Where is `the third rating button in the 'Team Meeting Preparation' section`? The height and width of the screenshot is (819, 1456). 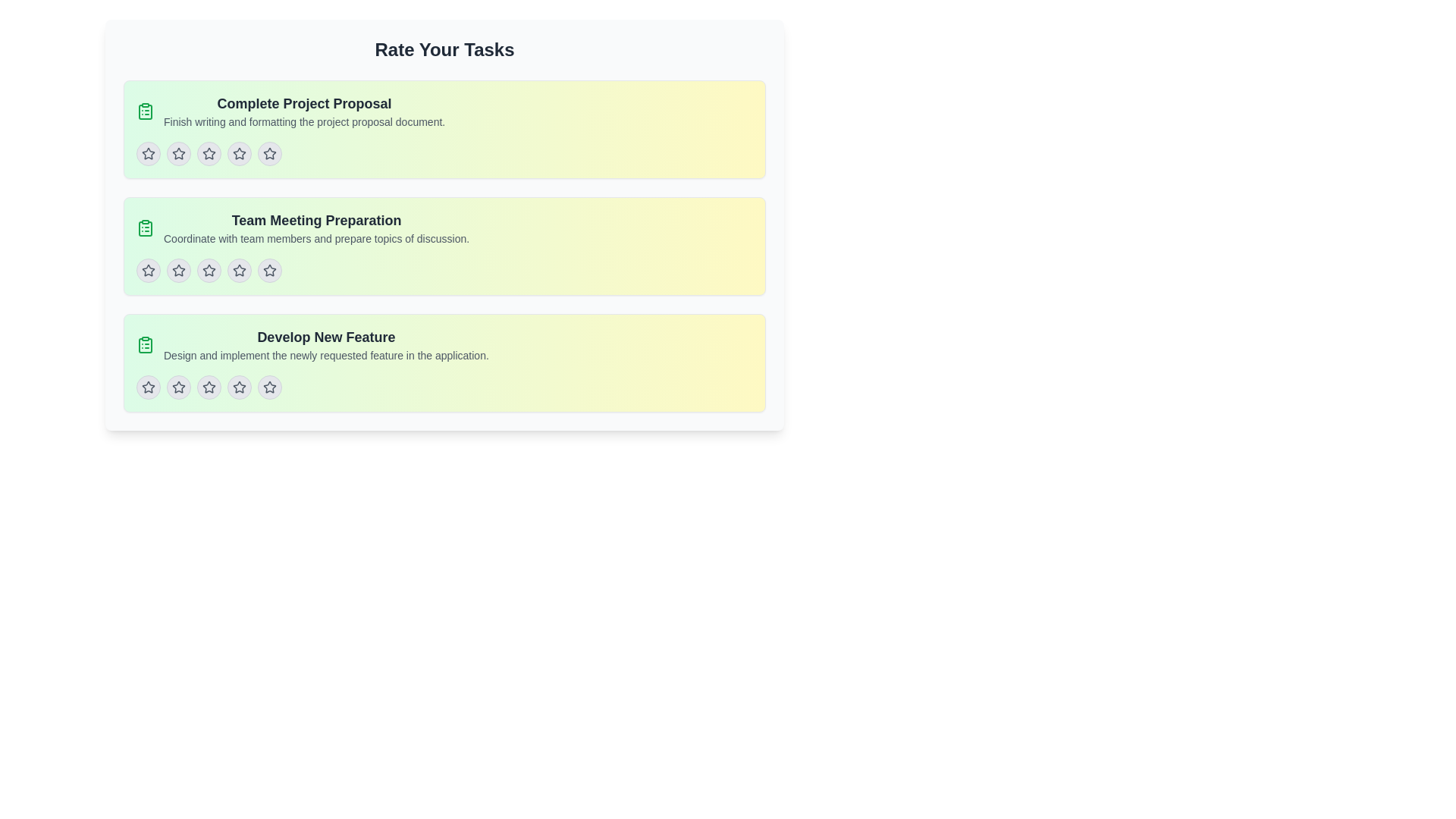 the third rating button in the 'Team Meeting Preparation' section is located at coordinates (208, 270).